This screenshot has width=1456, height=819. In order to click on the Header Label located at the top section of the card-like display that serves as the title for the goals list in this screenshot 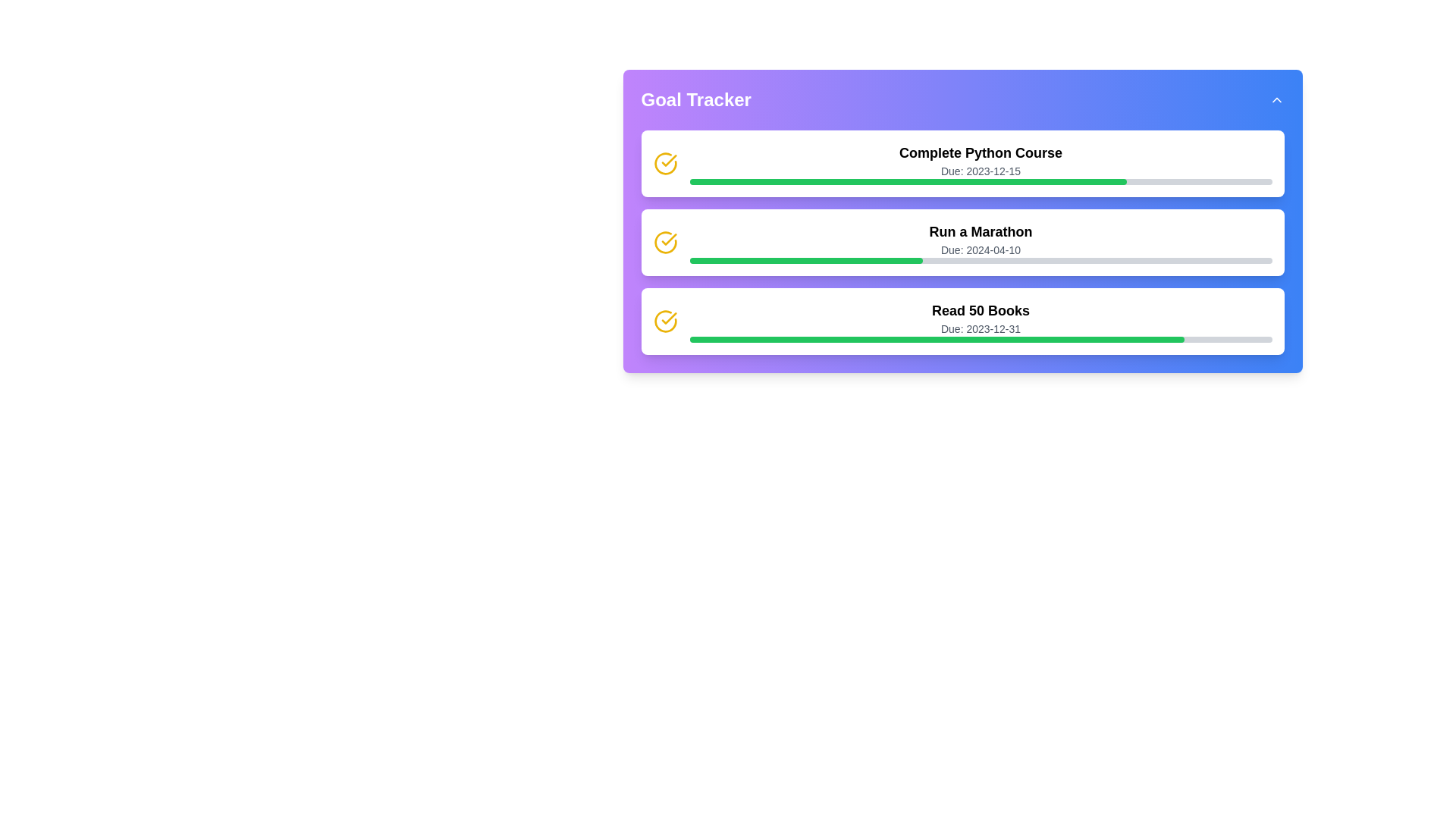, I will do `click(962, 99)`.